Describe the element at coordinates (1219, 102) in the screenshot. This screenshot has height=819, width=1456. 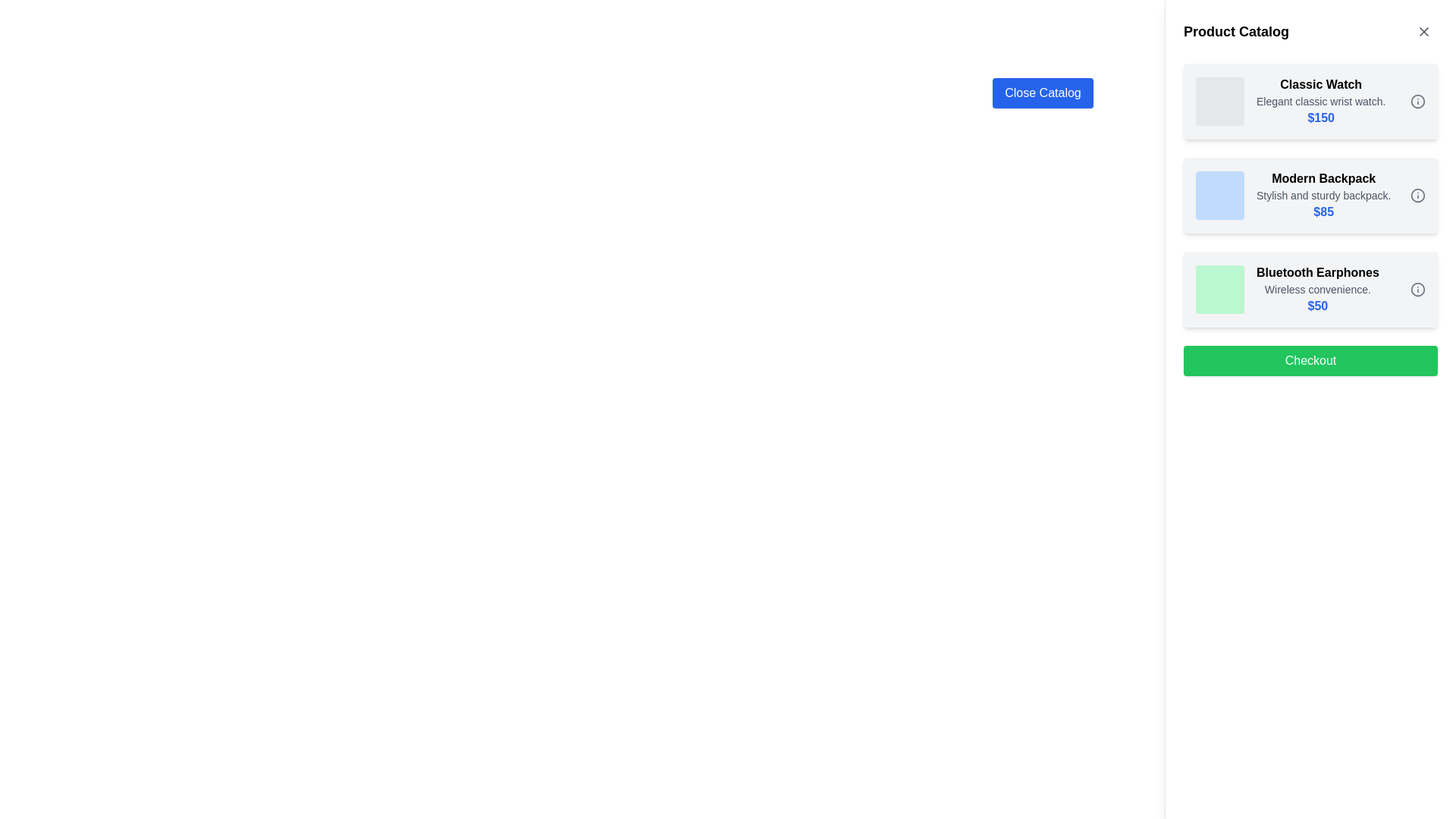
I see `the image placeholder representing the 'Classic Watch' product` at that location.